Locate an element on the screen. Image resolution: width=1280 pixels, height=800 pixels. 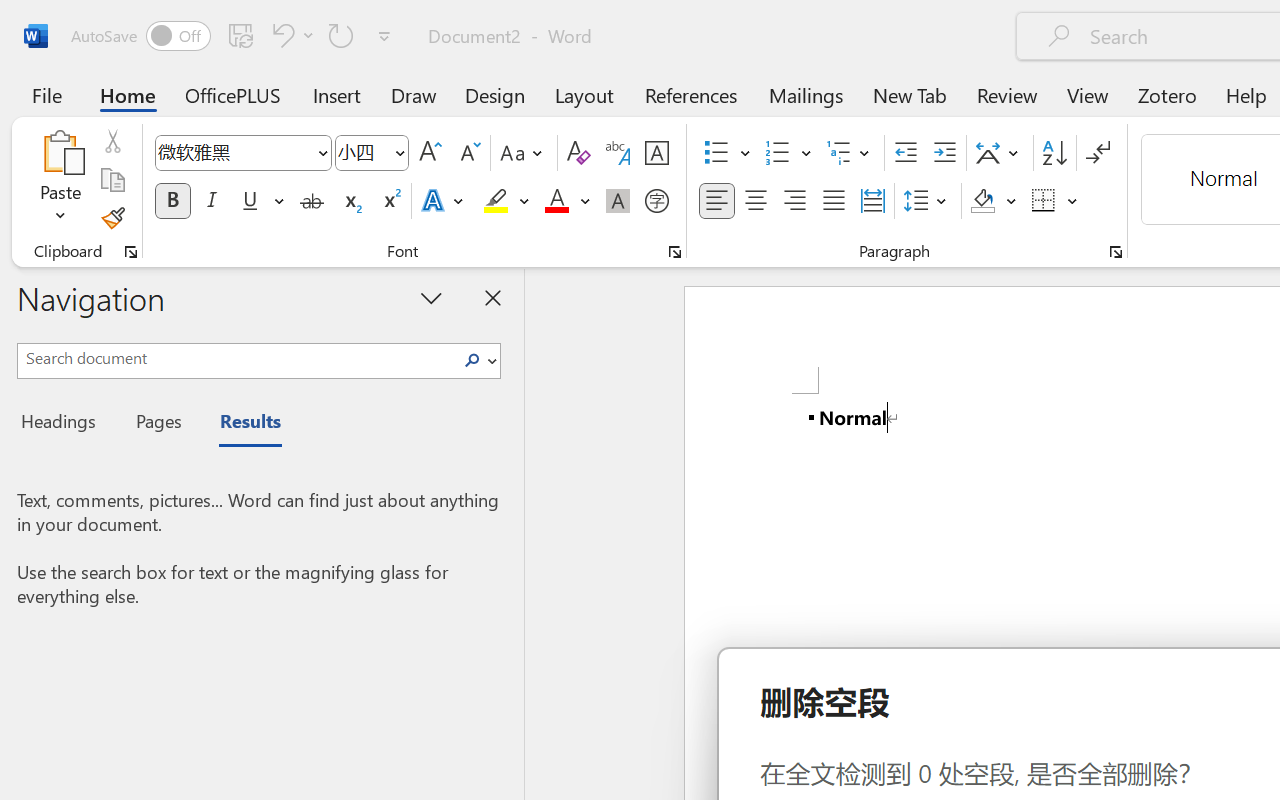
'Layout' is located at coordinates (583, 94).